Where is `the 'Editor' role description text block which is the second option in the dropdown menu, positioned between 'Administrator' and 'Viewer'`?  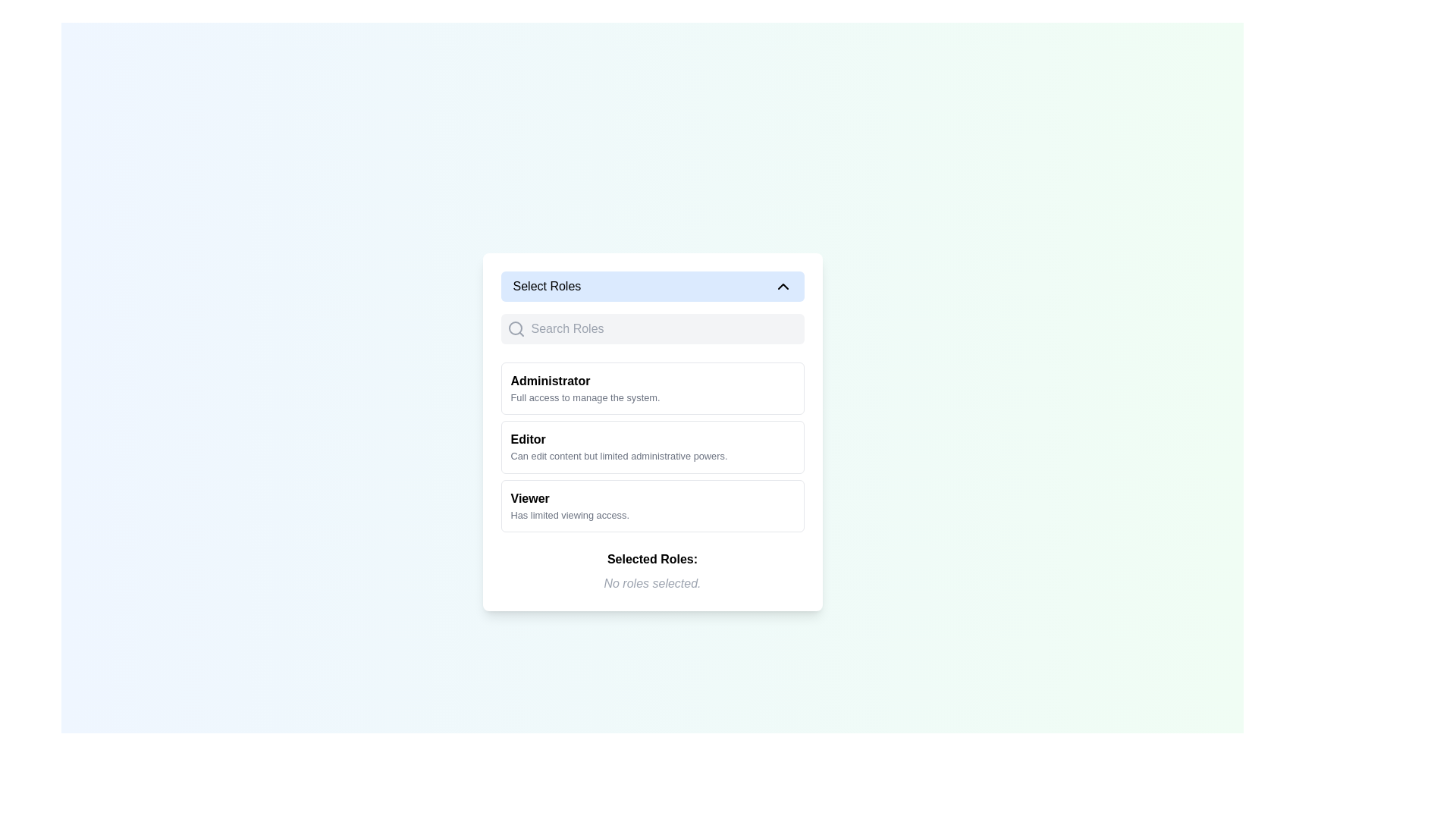 the 'Editor' role description text block which is the second option in the dropdown menu, positioned between 'Administrator' and 'Viewer' is located at coordinates (652, 447).